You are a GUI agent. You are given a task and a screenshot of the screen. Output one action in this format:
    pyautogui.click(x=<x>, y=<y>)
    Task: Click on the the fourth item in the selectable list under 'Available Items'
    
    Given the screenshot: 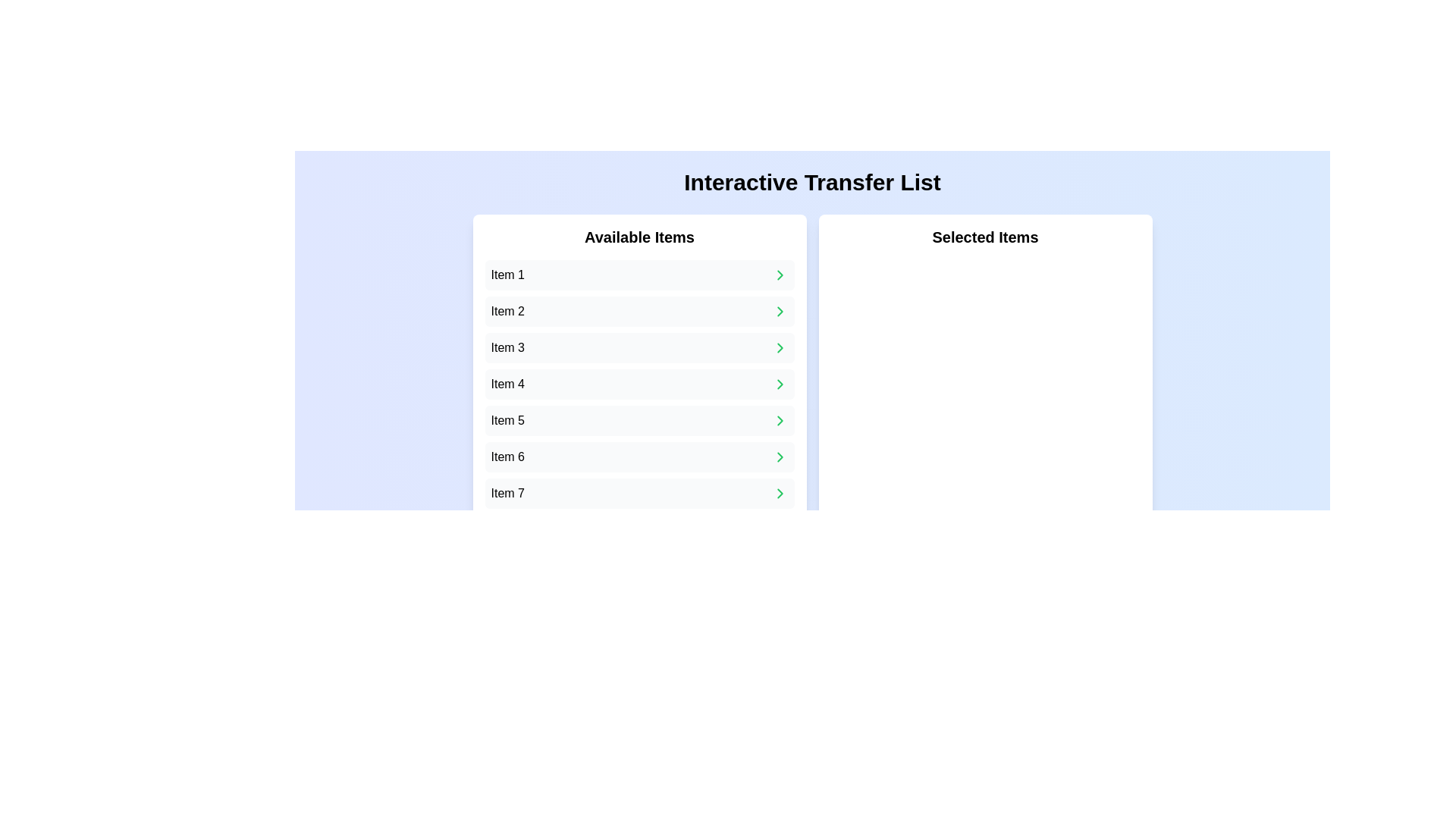 What is the action you would take?
    pyautogui.click(x=639, y=383)
    